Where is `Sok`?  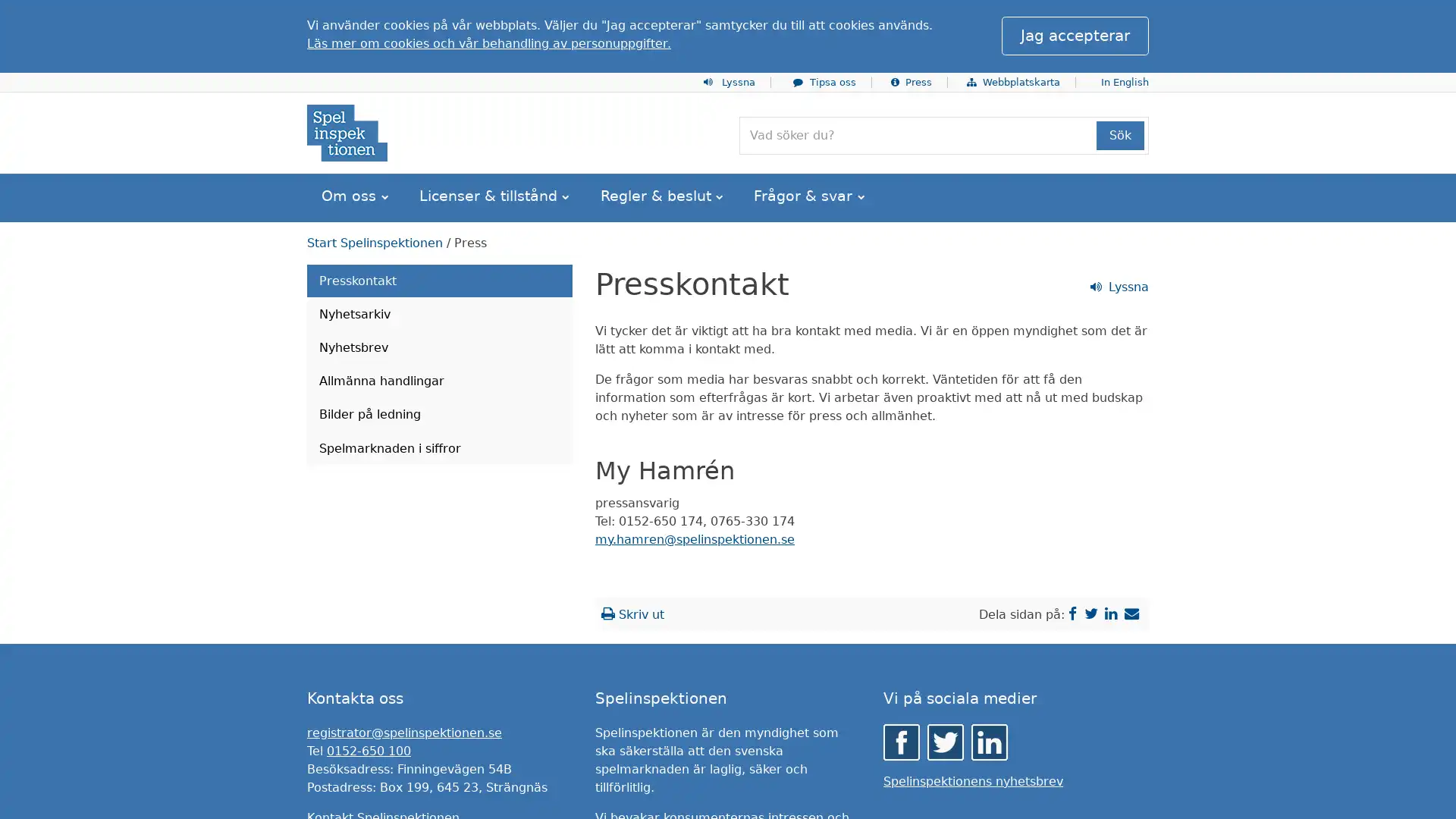 Sok is located at coordinates (1120, 134).